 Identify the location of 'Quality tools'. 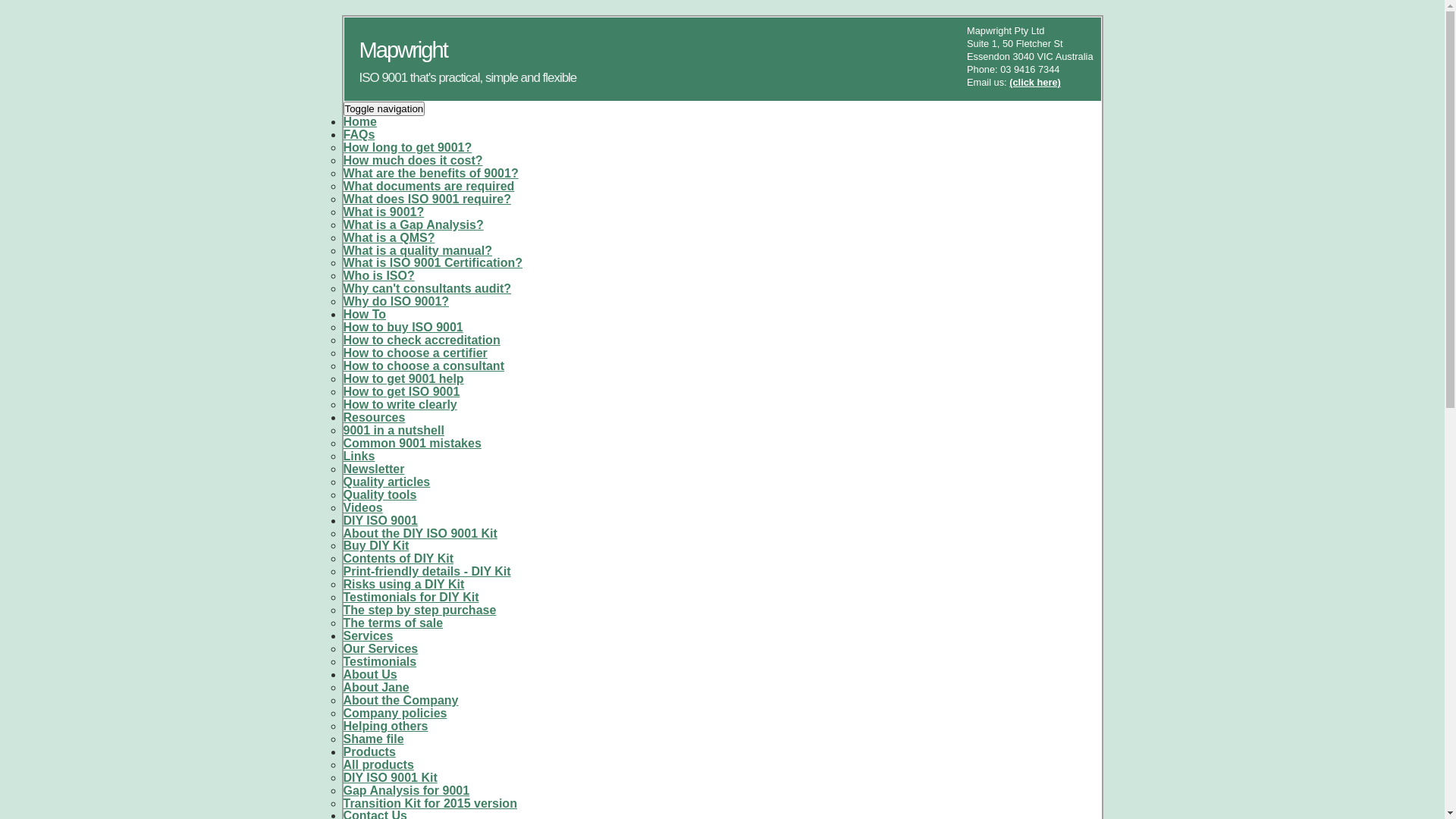
(379, 494).